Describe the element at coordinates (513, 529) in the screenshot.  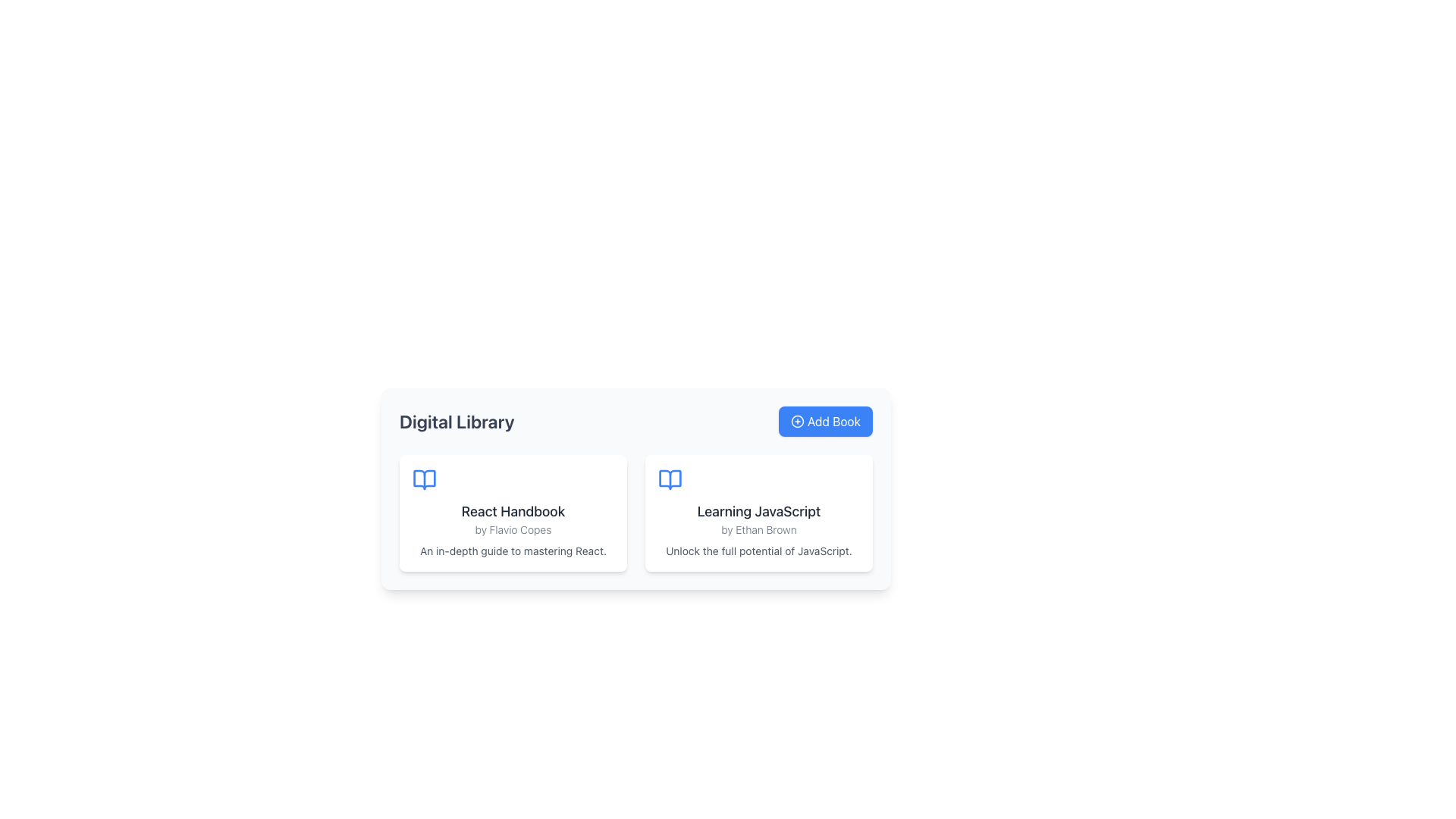
I see `the gray, italicized text label that reads 'by Flavio Copes', positioned underneath 'React Handbook'` at that location.